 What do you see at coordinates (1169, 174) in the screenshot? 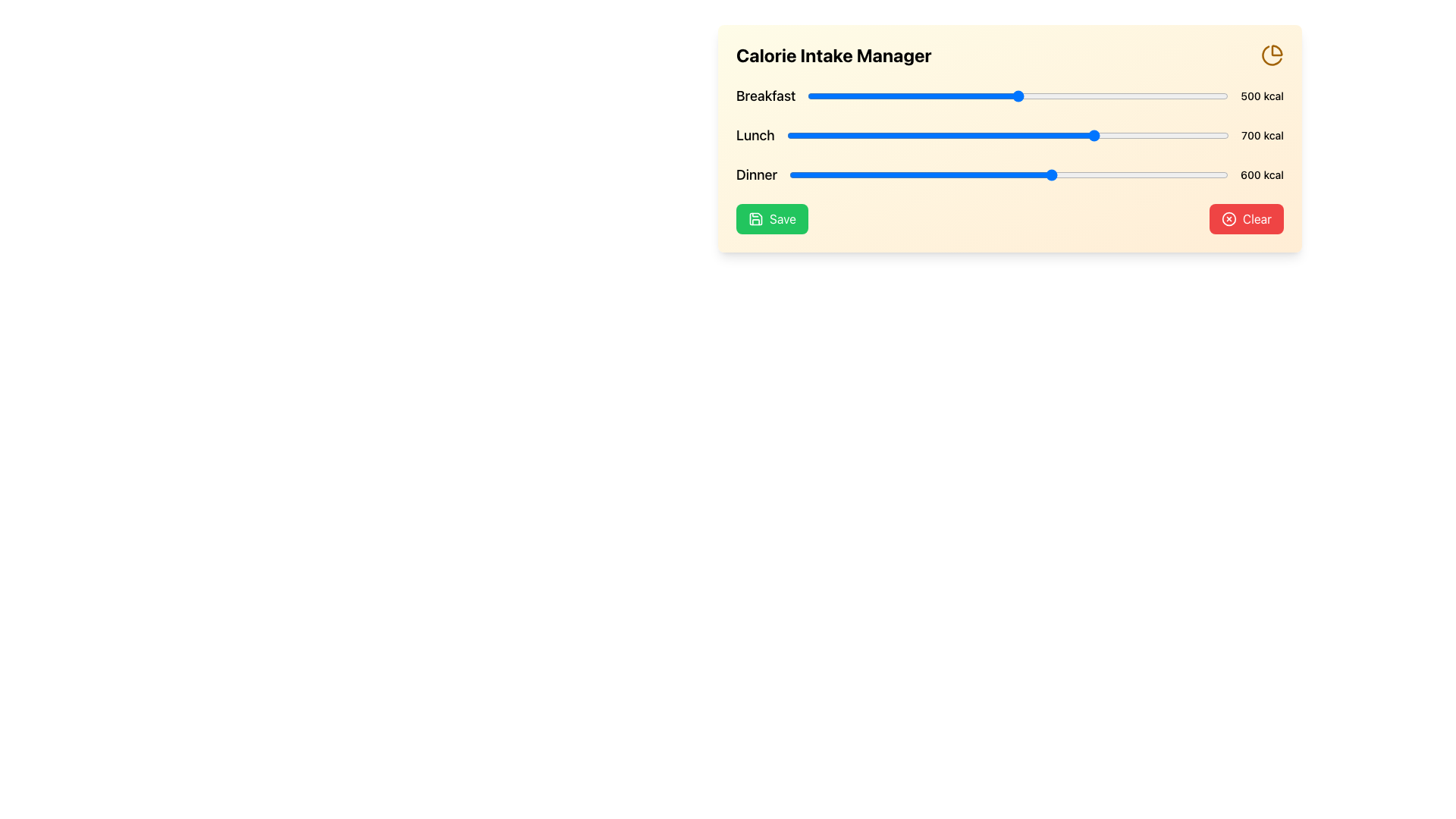
I see `Dinner kcal` at bounding box center [1169, 174].